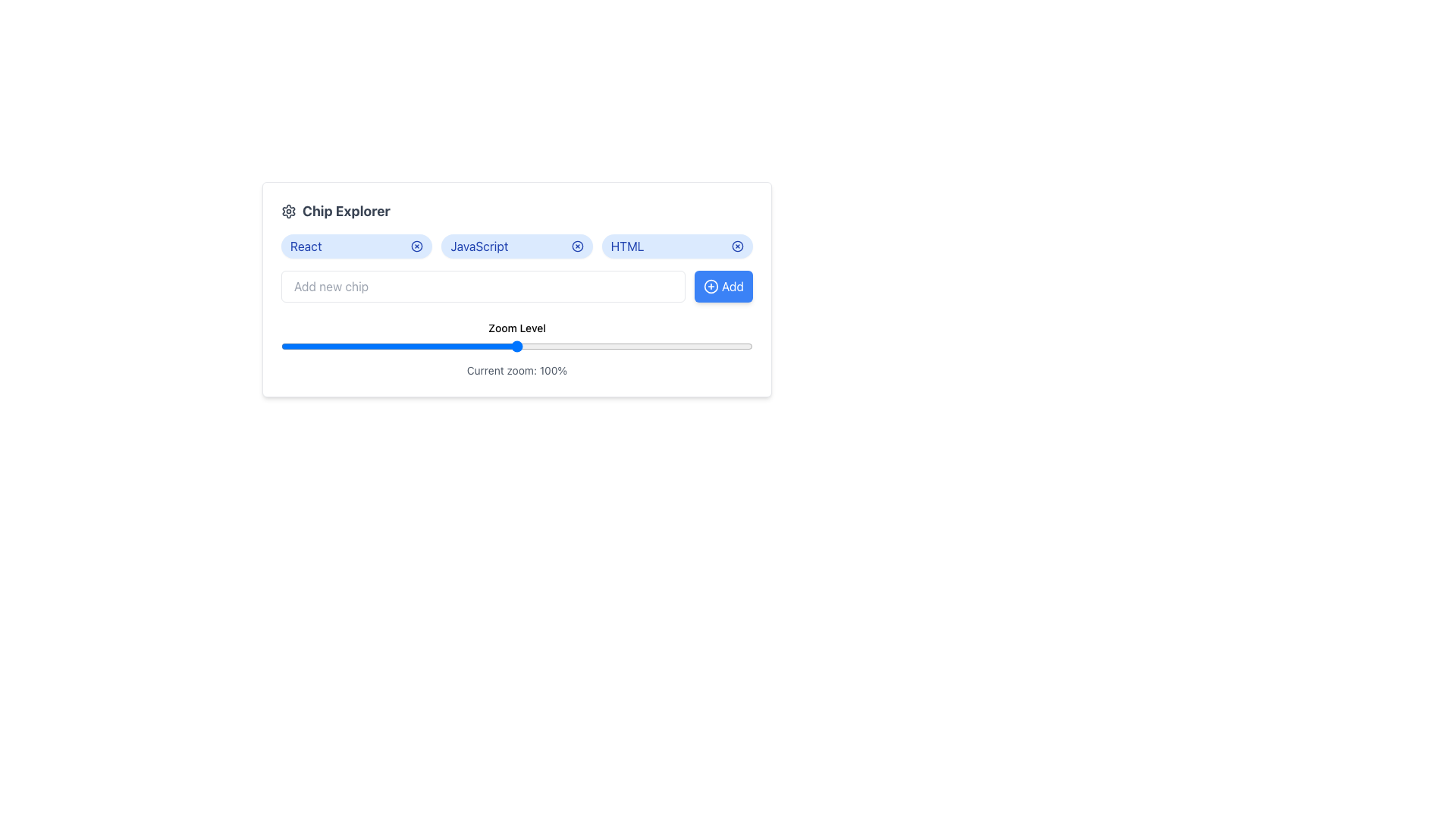 The width and height of the screenshot is (1456, 819). Describe the element at coordinates (667, 346) in the screenshot. I see `zoom level` at that location.